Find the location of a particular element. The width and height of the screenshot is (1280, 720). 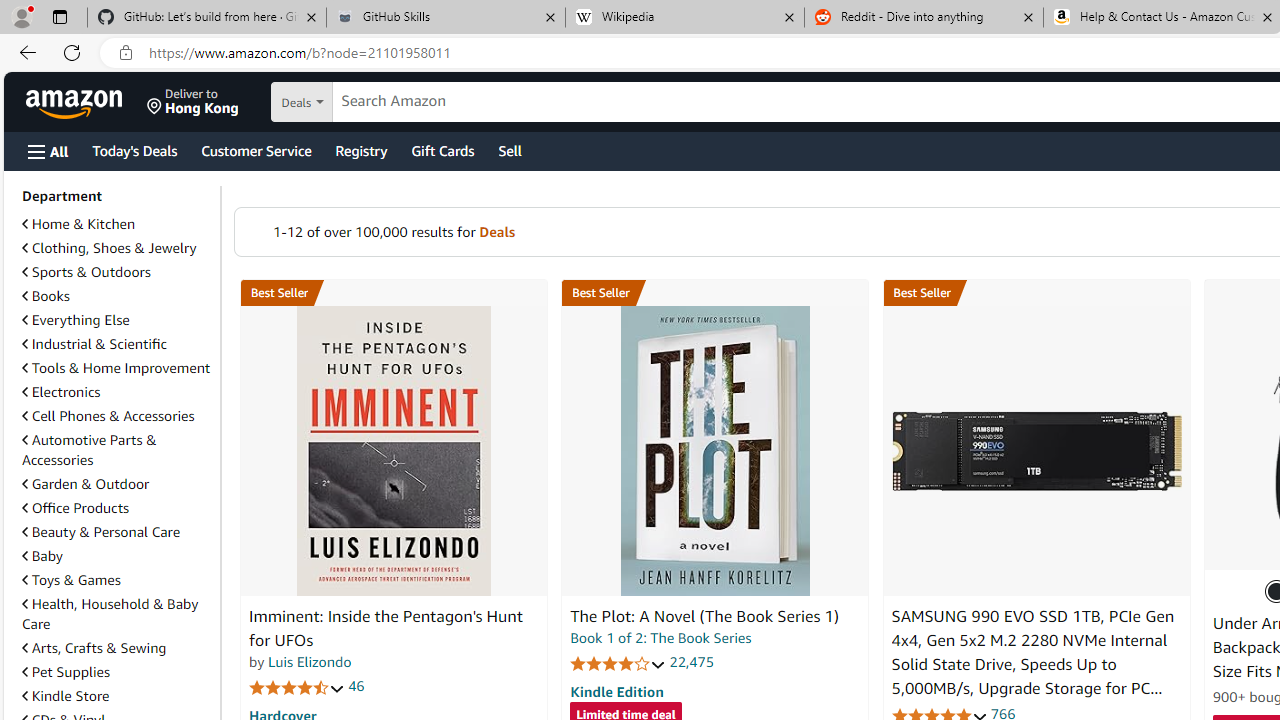

'Garden & Outdoor' is located at coordinates (84, 484).